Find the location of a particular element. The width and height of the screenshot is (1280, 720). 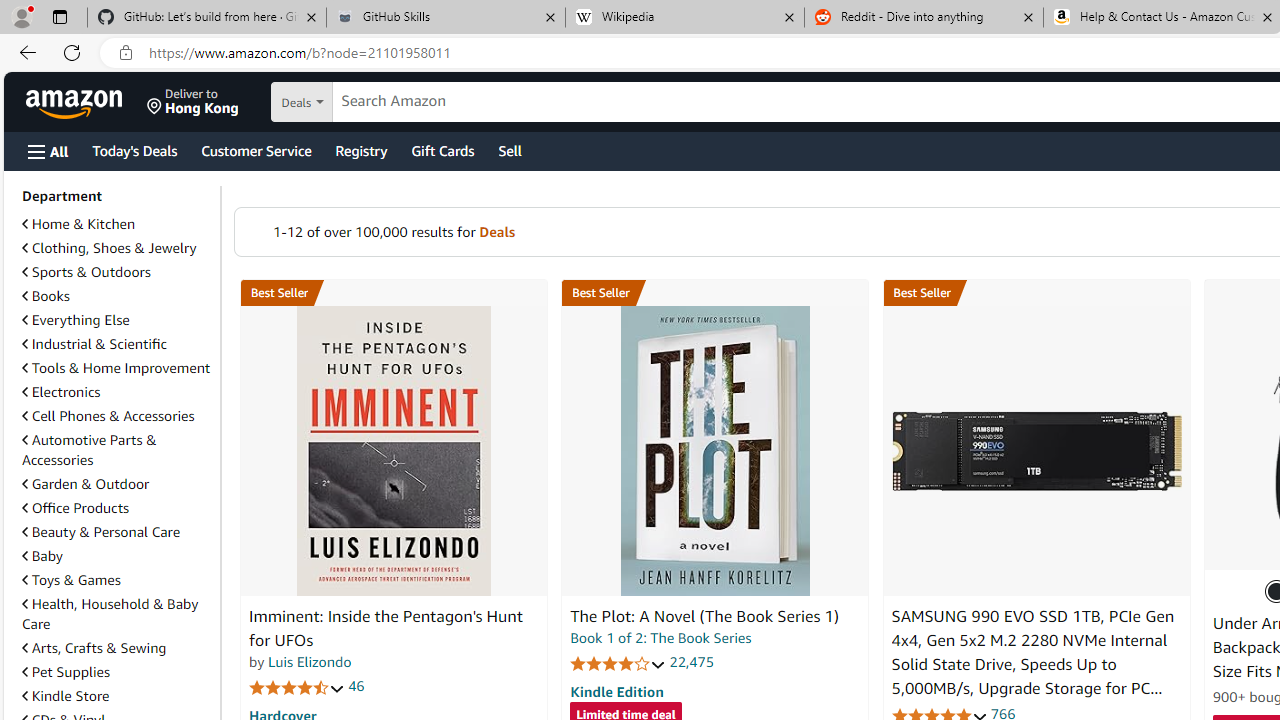

'Garden & Outdoor' is located at coordinates (84, 484).